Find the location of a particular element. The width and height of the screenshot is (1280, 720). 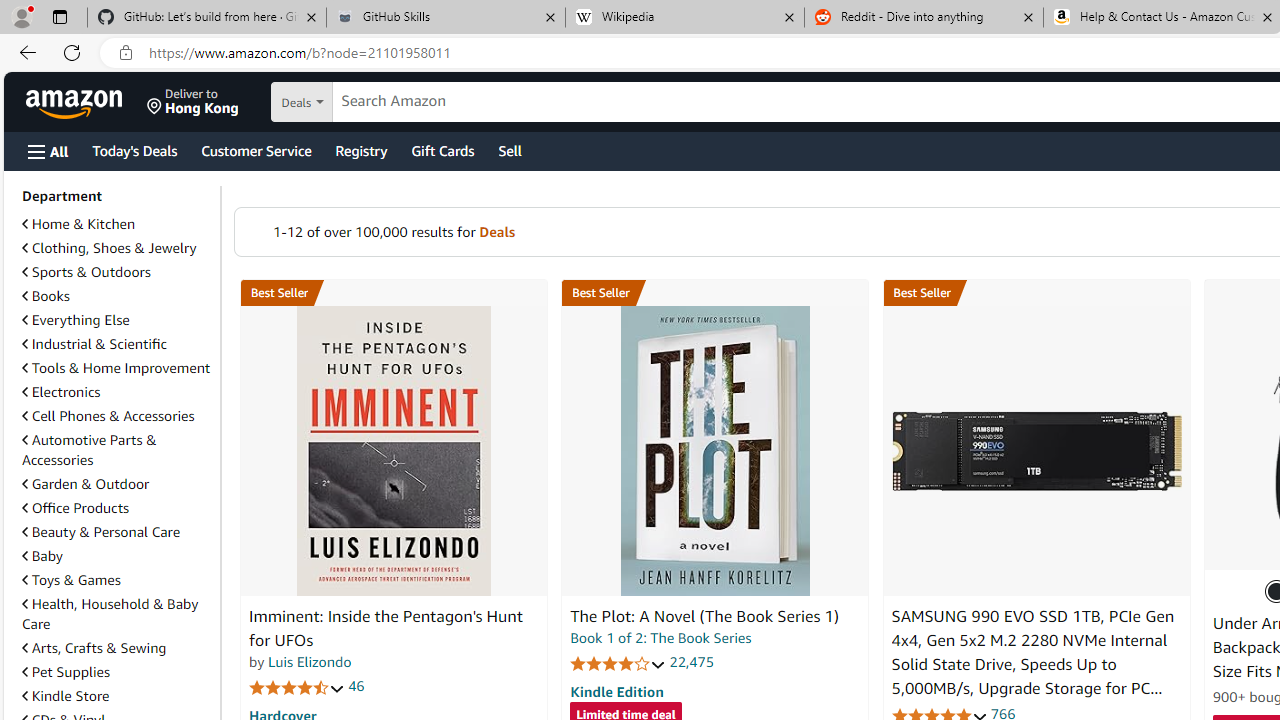

'Garden & Outdoor' is located at coordinates (84, 484).